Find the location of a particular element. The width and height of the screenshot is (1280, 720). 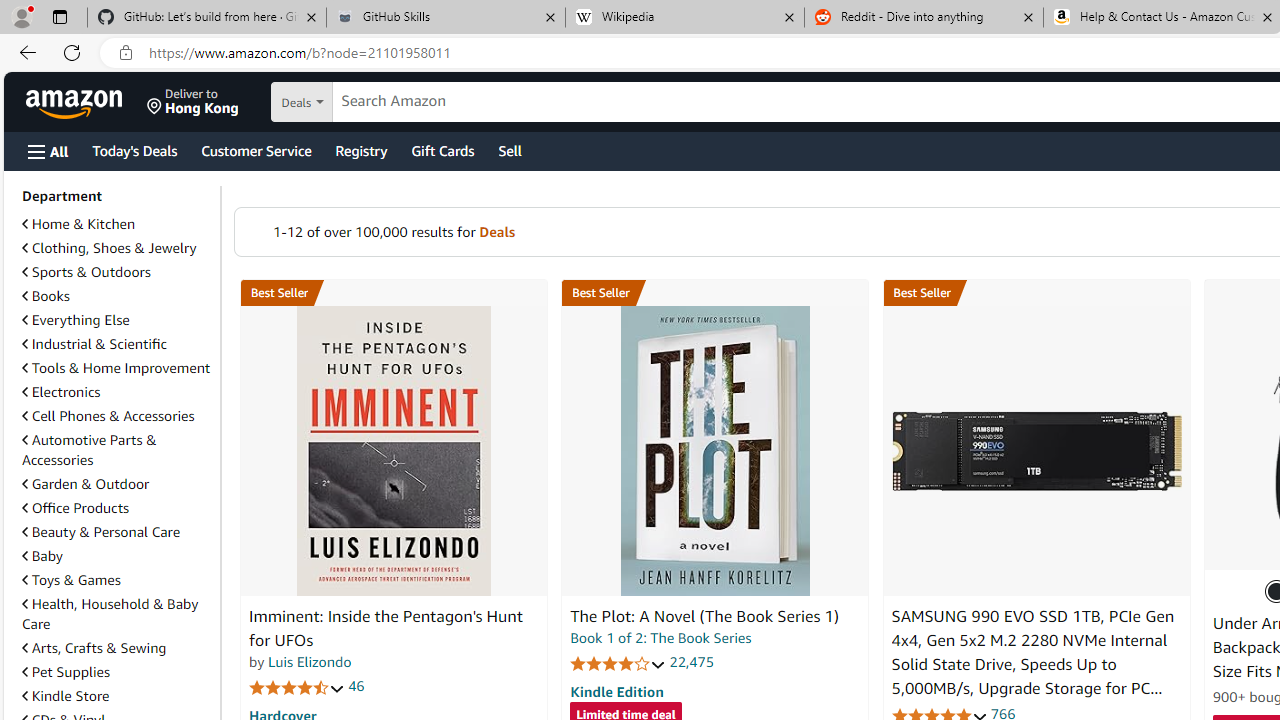

'Garden & Outdoor' is located at coordinates (84, 484).